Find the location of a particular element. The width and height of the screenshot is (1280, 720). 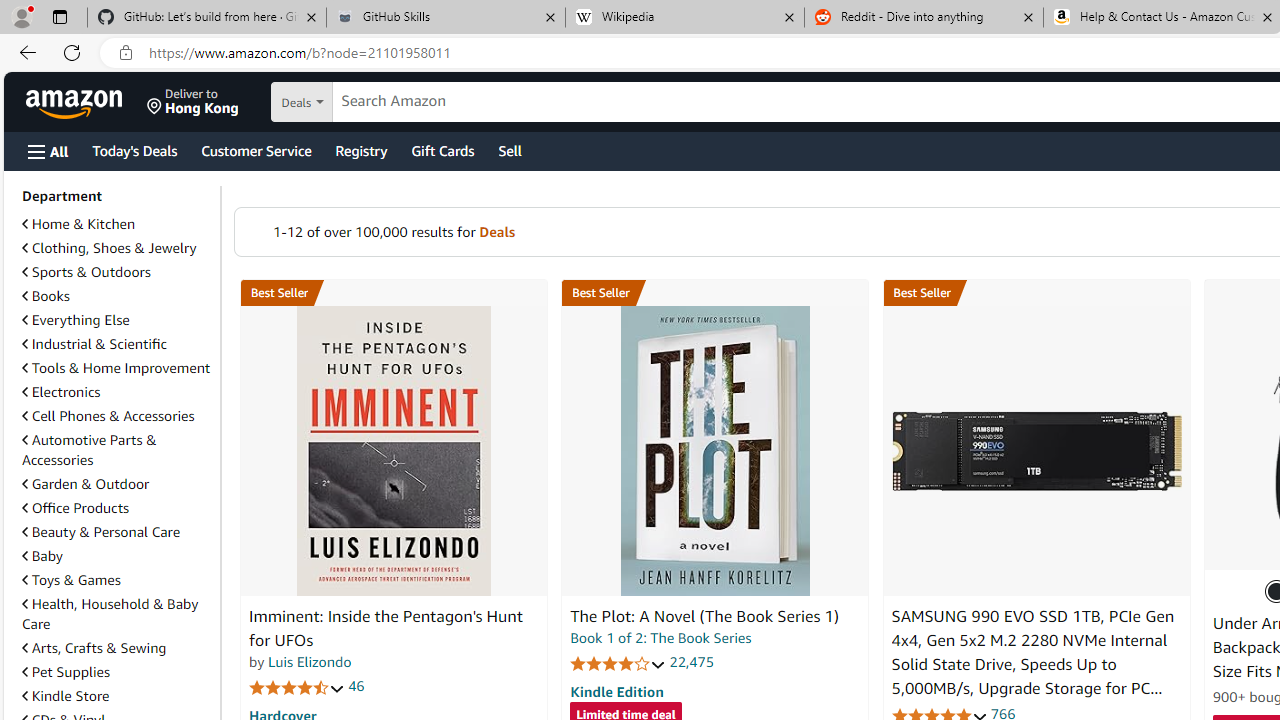

'Garden & Outdoor' is located at coordinates (84, 484).